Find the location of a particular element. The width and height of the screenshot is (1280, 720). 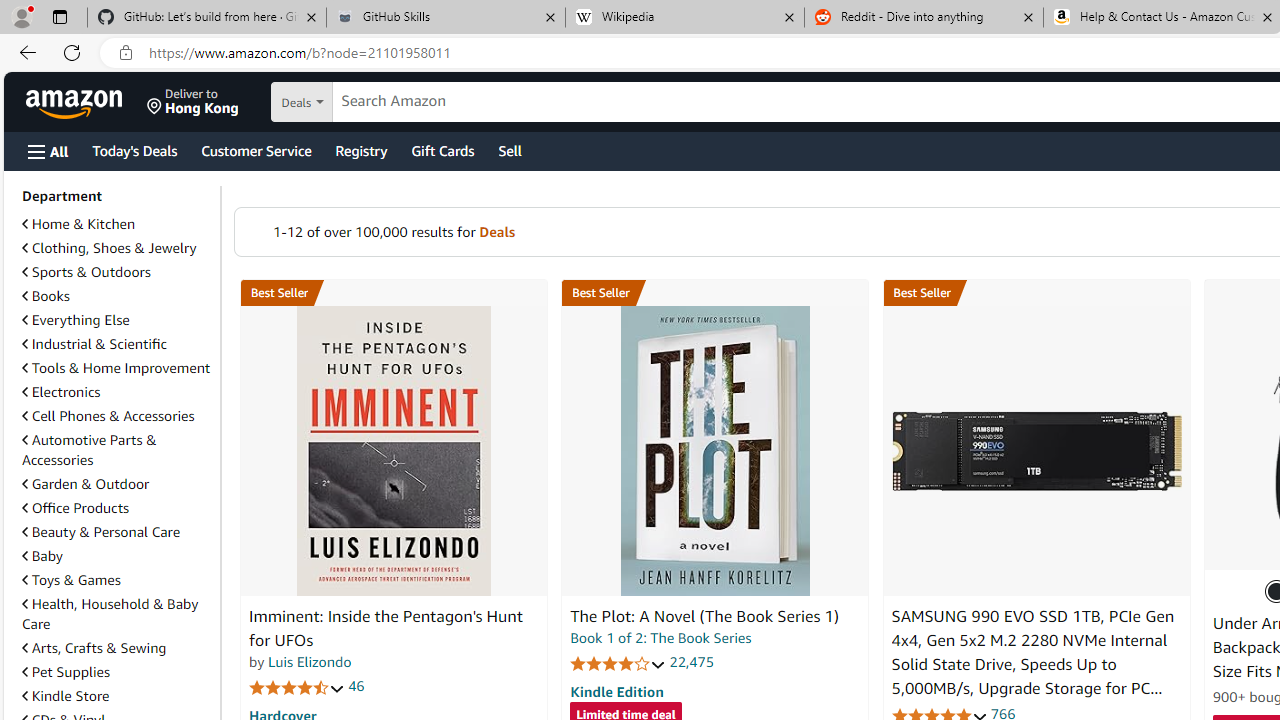

'Garden & Outdoor' is located at coordinates (84, 484).